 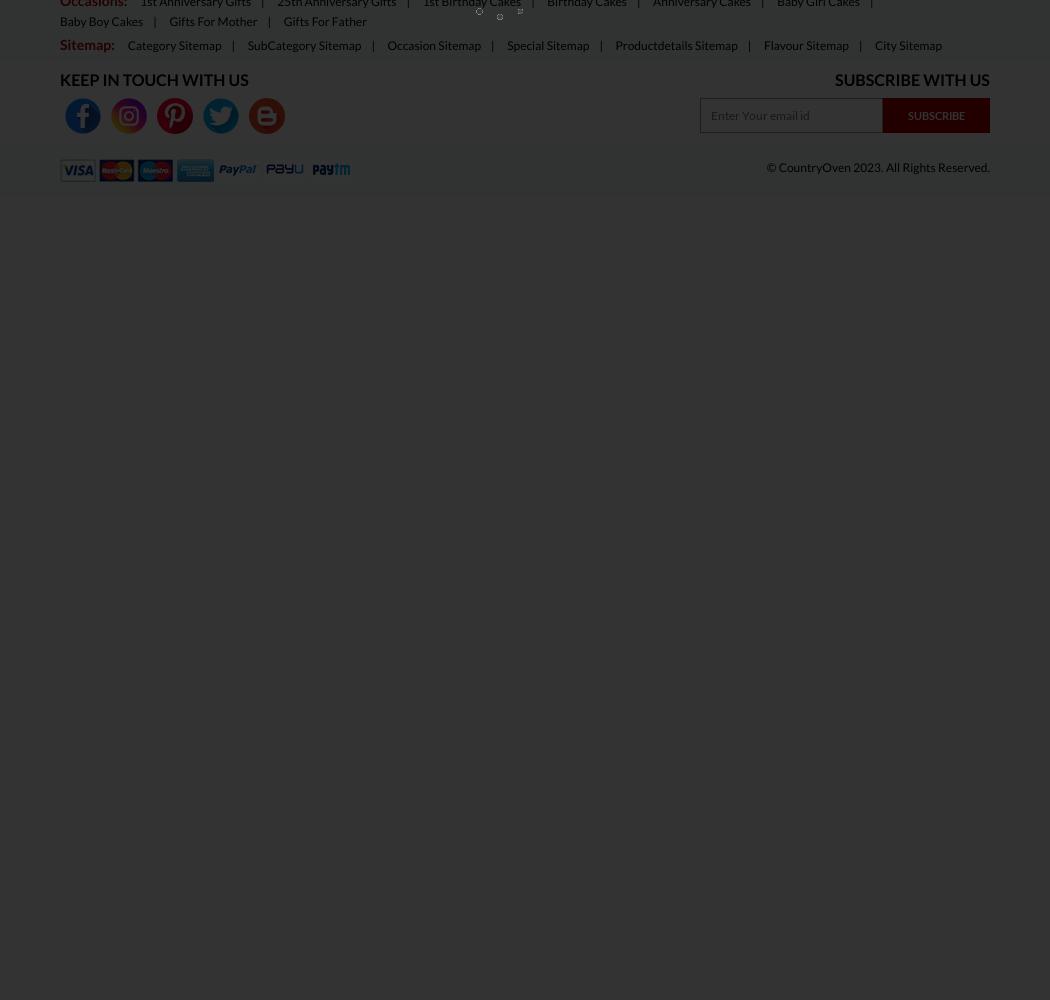 What do you see at coordinates (246, 45) in the screenshot?
I see `'SubCategory Sitemap'` at bounding box center [246, 45].